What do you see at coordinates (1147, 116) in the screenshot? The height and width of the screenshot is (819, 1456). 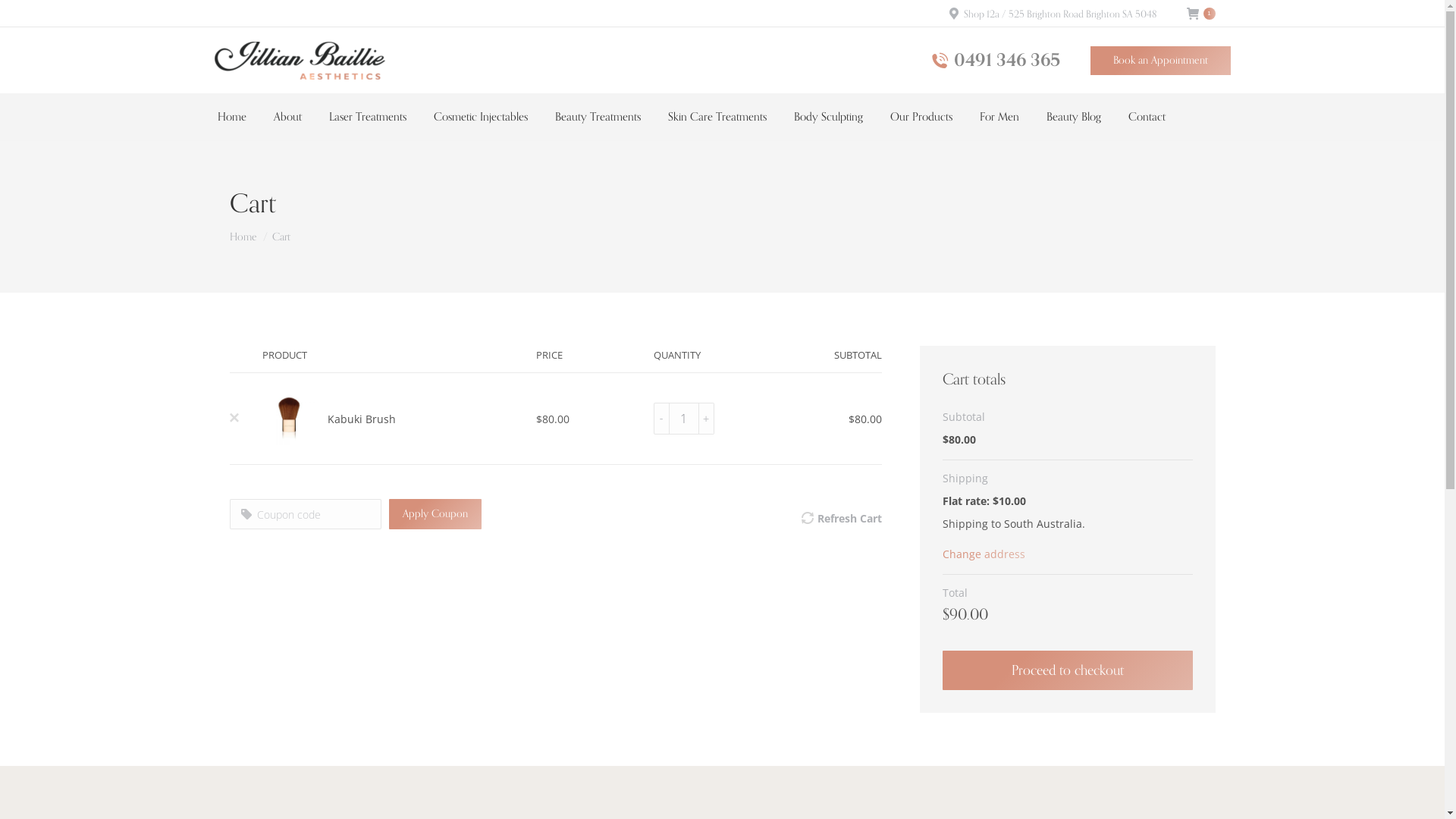 I see `'Contact'` at bounding box center [1147, 116].